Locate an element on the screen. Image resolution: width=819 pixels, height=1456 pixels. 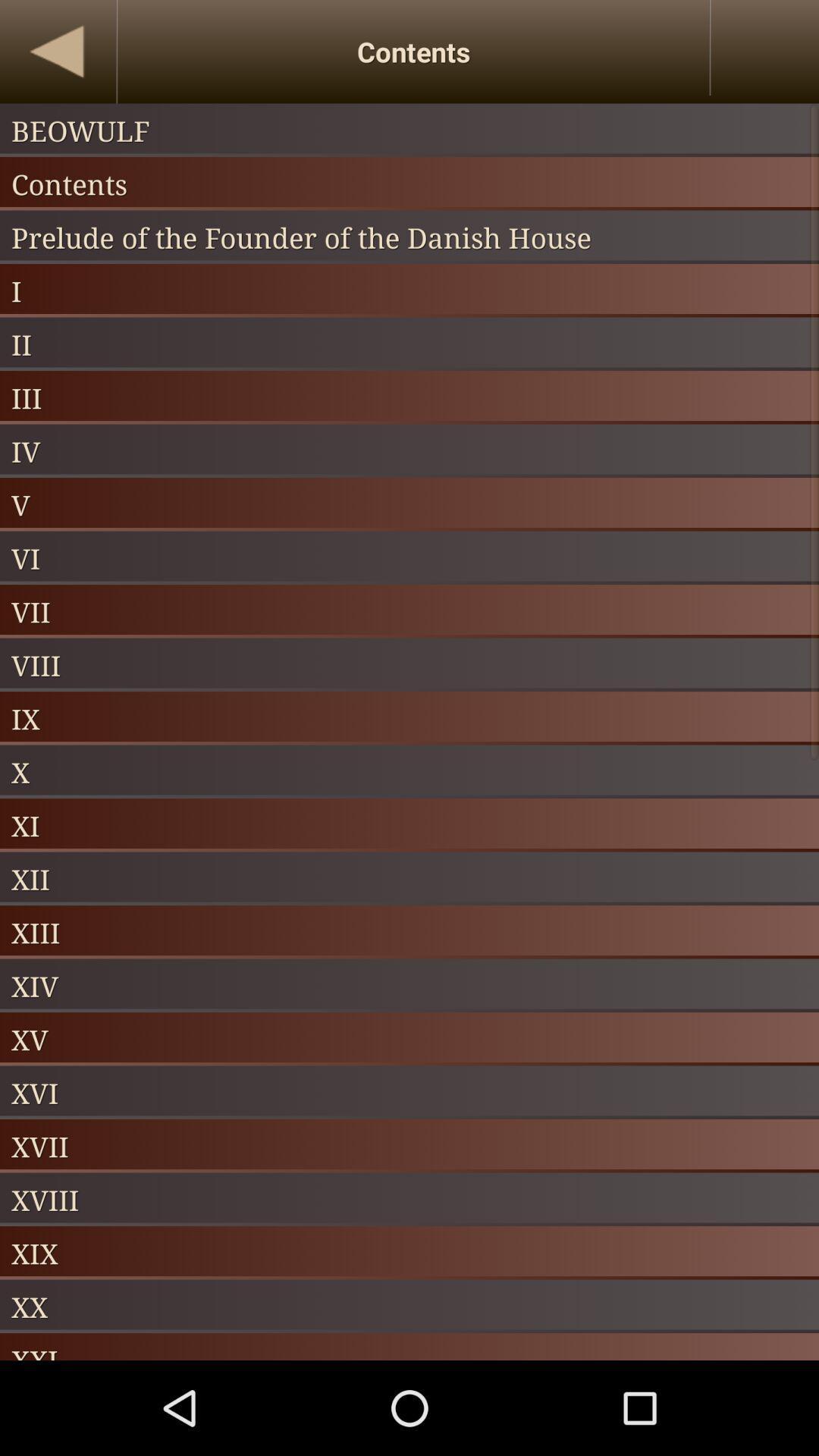
xiii app is located at coordinates (409, 931).